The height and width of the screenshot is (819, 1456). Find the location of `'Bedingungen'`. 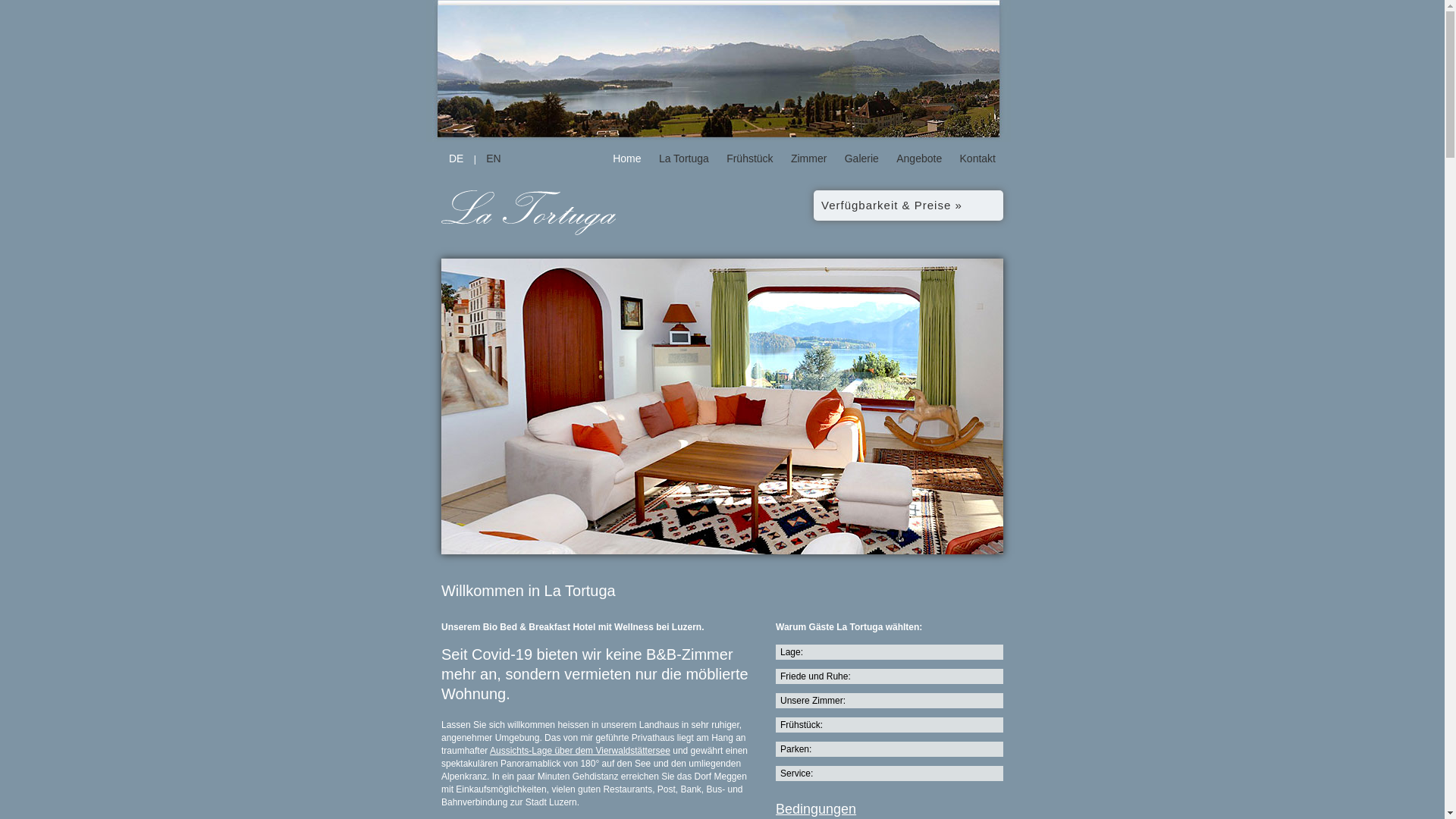

'Bedingungen' is located at coordinates (814, 808).